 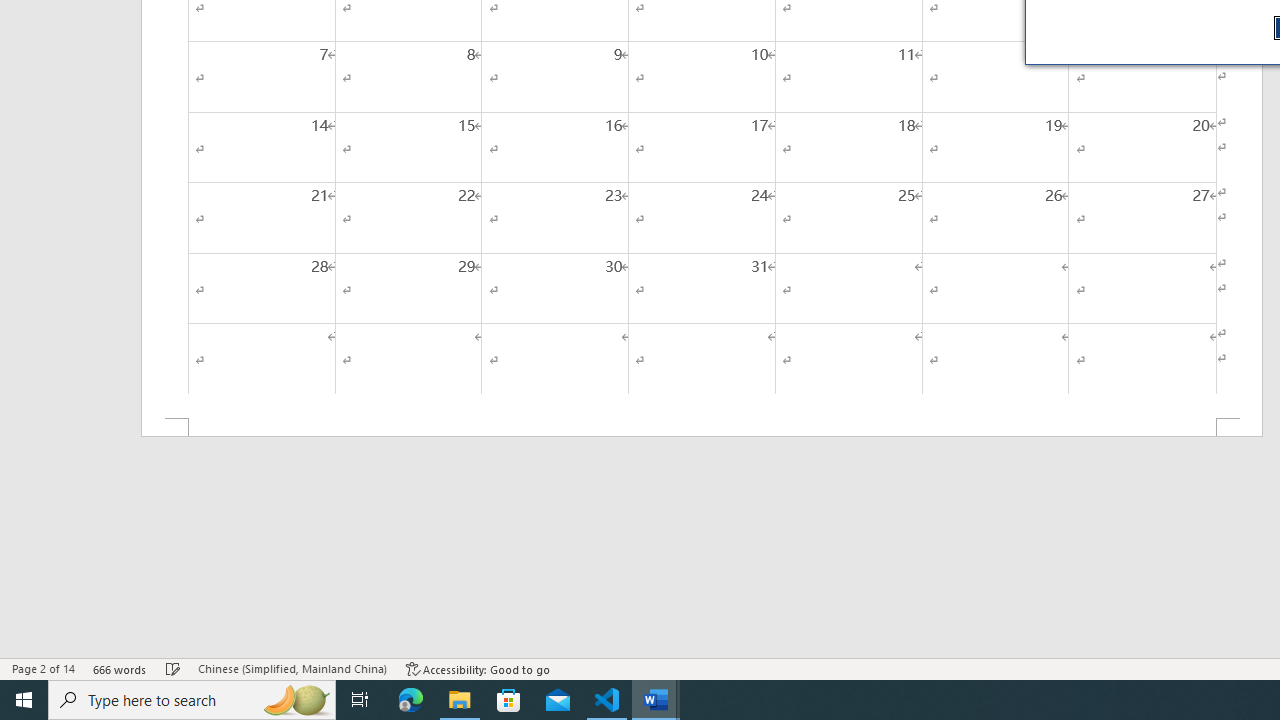 I want to click on 'Footer -Section 1-', so click(x=702, y=426).